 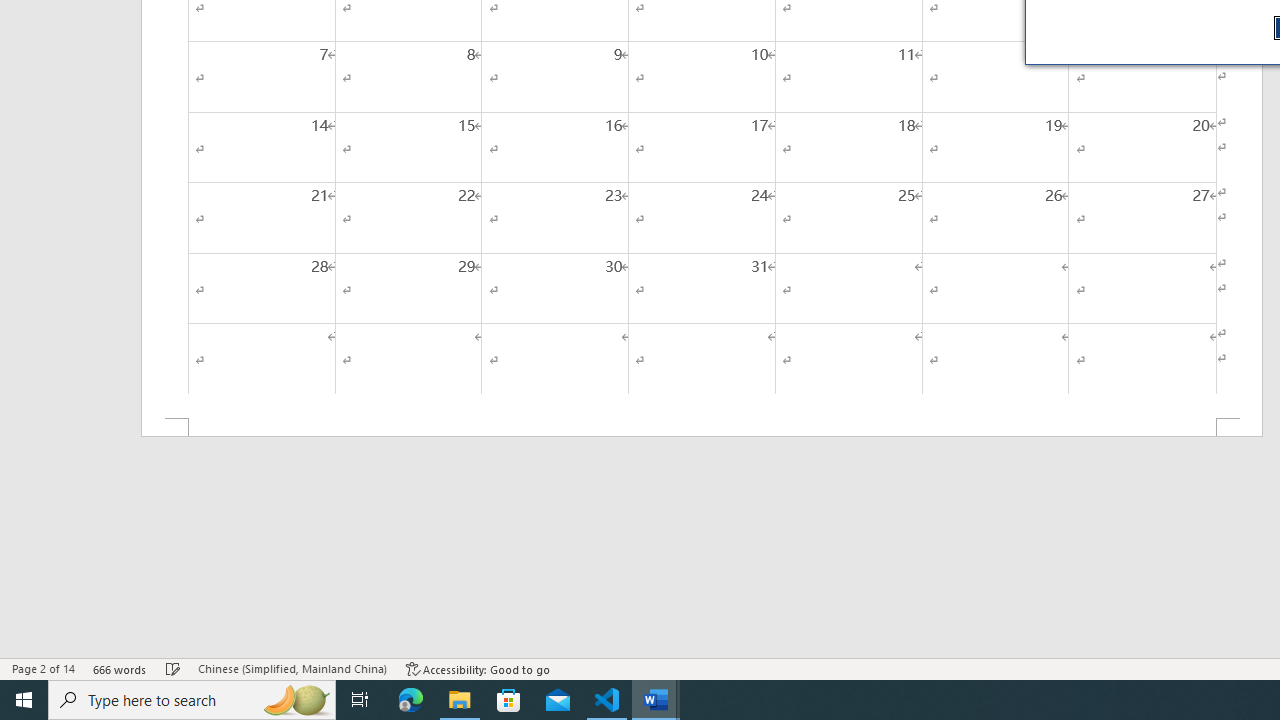 I want to click on 'Footer -Section 1-', so click(x=702, y=426).